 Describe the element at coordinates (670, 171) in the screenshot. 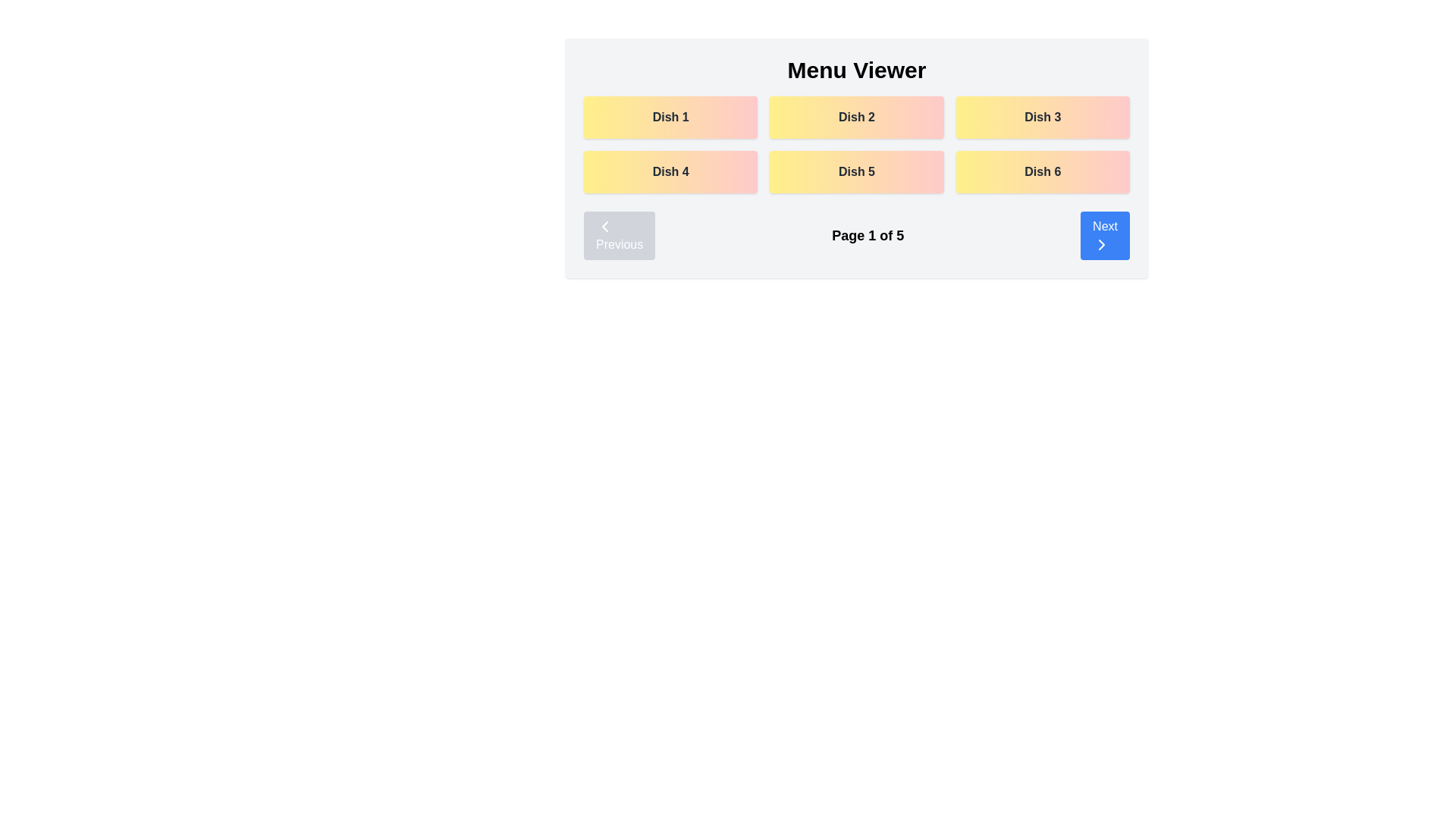

I see `the 'Dish 4' button for keyboard navigation` at that location.